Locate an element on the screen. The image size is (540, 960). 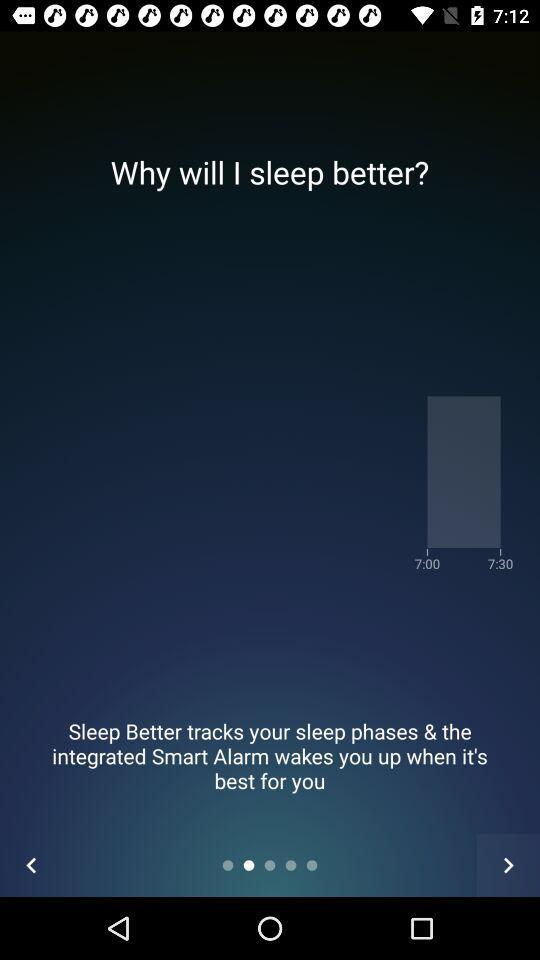
the arrow_backward icon is located at coordinates (30, 864).